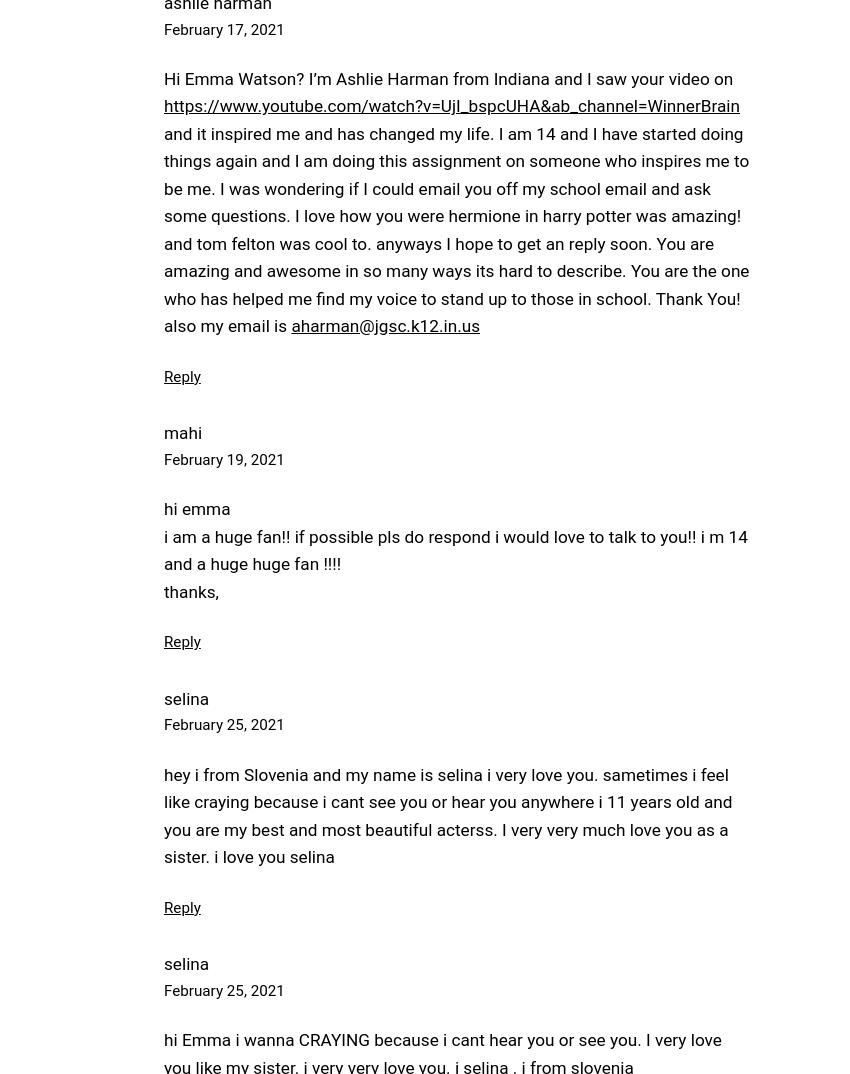 This screenshot has height=1074, width=850. What do you see at coordinates (223, 458) in the screenshot?
I see `'February 19, 2021'` at bounding box center [223, 458].